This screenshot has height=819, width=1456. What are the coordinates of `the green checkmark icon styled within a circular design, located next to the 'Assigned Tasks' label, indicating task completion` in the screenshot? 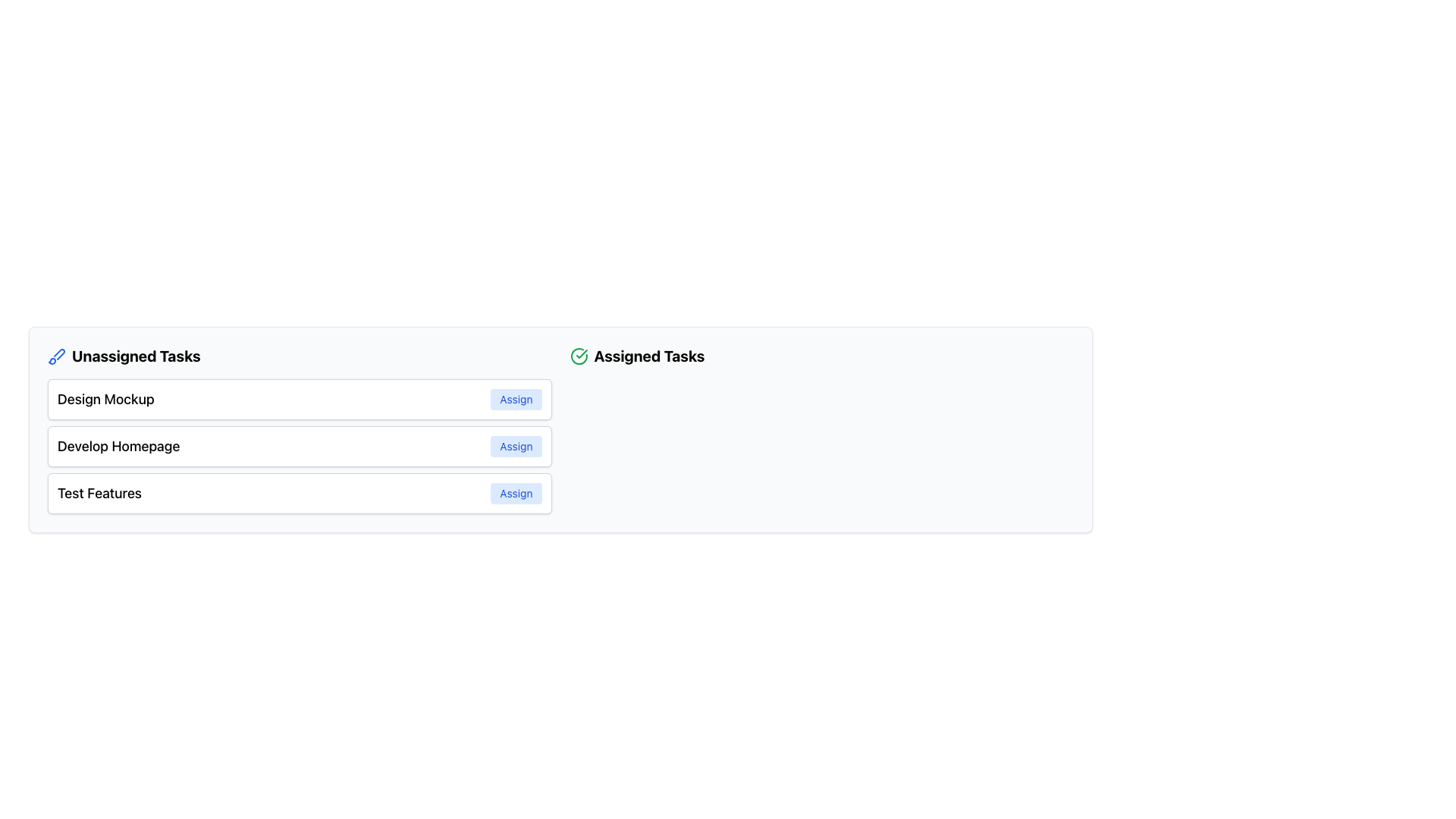 It's located at (581, 353).